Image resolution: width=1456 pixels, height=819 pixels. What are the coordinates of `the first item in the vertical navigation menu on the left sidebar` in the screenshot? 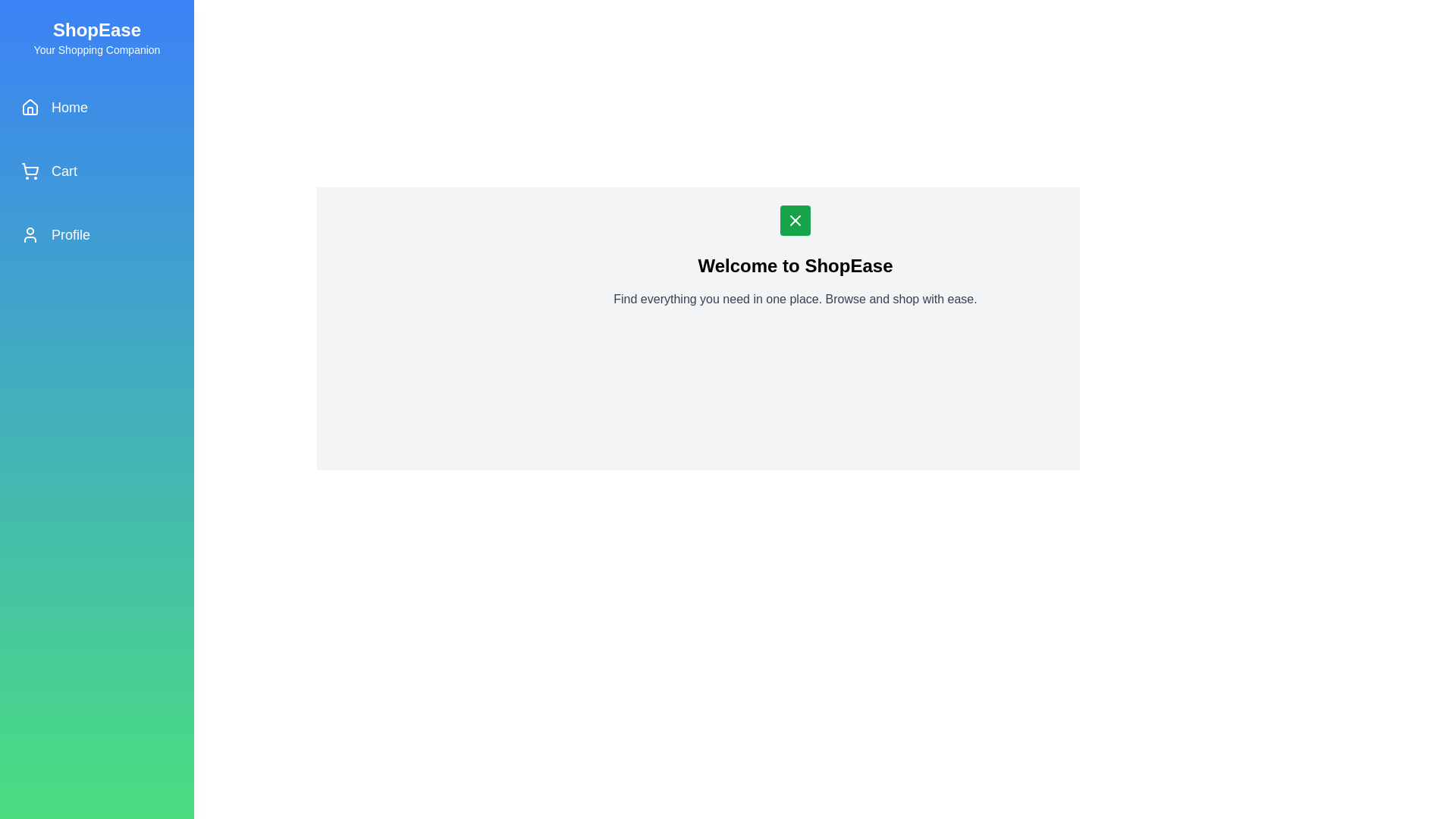 It's located at (96, 107).